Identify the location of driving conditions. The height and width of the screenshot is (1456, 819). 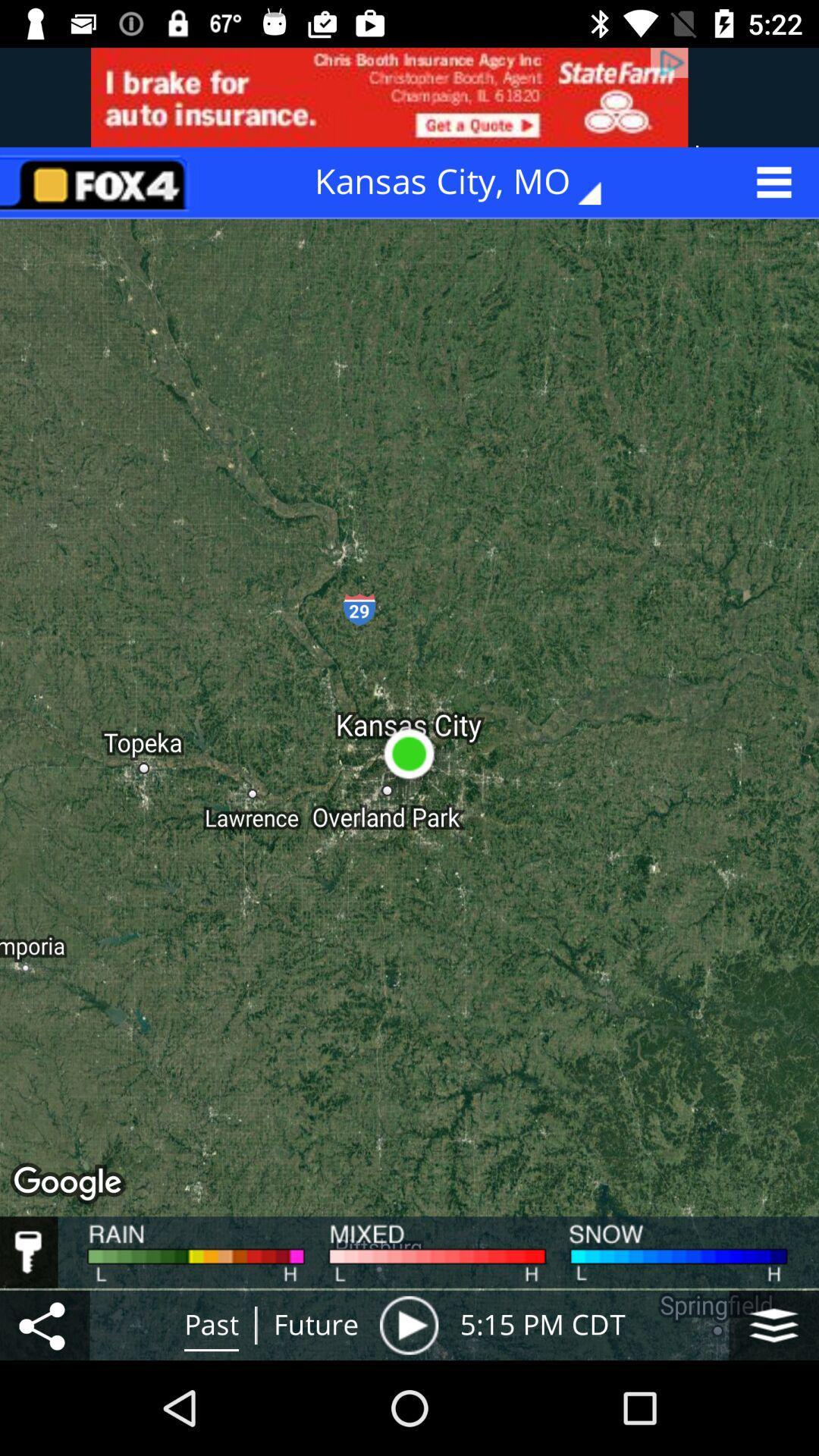
(29, 1252).